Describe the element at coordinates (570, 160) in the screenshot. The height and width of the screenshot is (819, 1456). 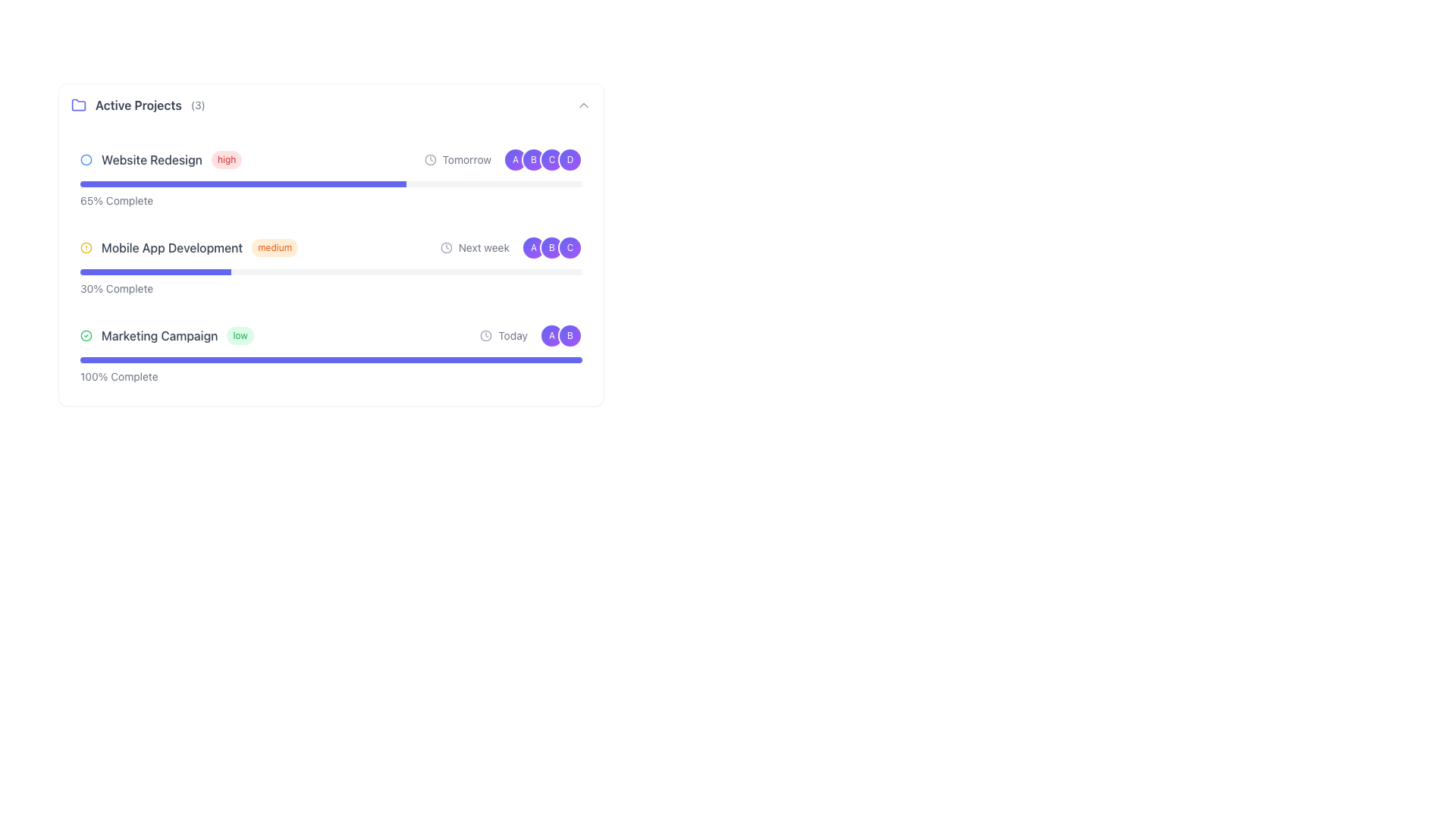
I see `the circular badge labeled 'D' in the 'Active Projects' section, which is the last badge in the sequence, to see the letter it represents` at that location.